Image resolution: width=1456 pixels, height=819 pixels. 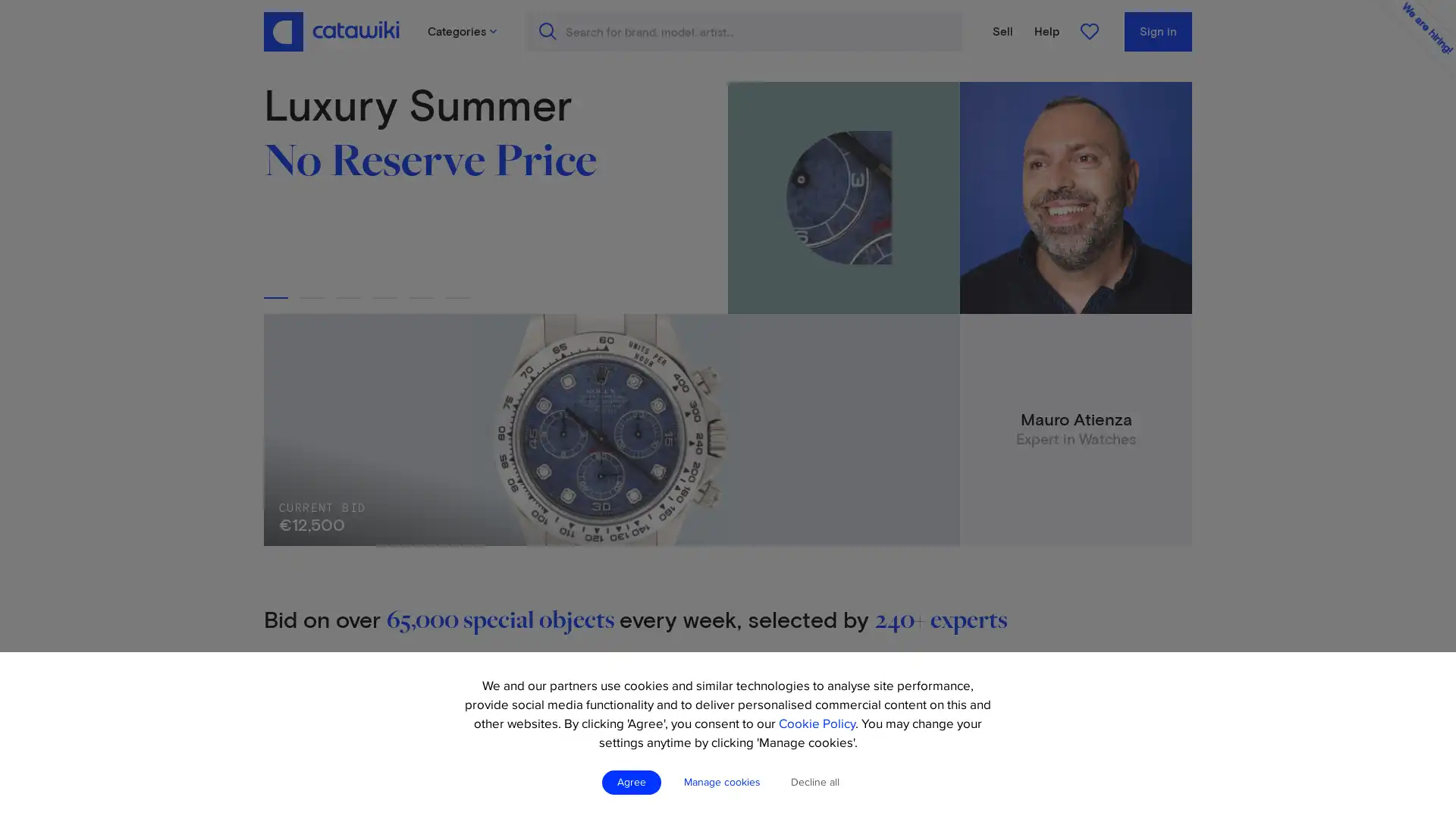 What do you see at coordinates (1240, 720) in the screenshot?
I see `Create account` at bounding box center [1240, 720].